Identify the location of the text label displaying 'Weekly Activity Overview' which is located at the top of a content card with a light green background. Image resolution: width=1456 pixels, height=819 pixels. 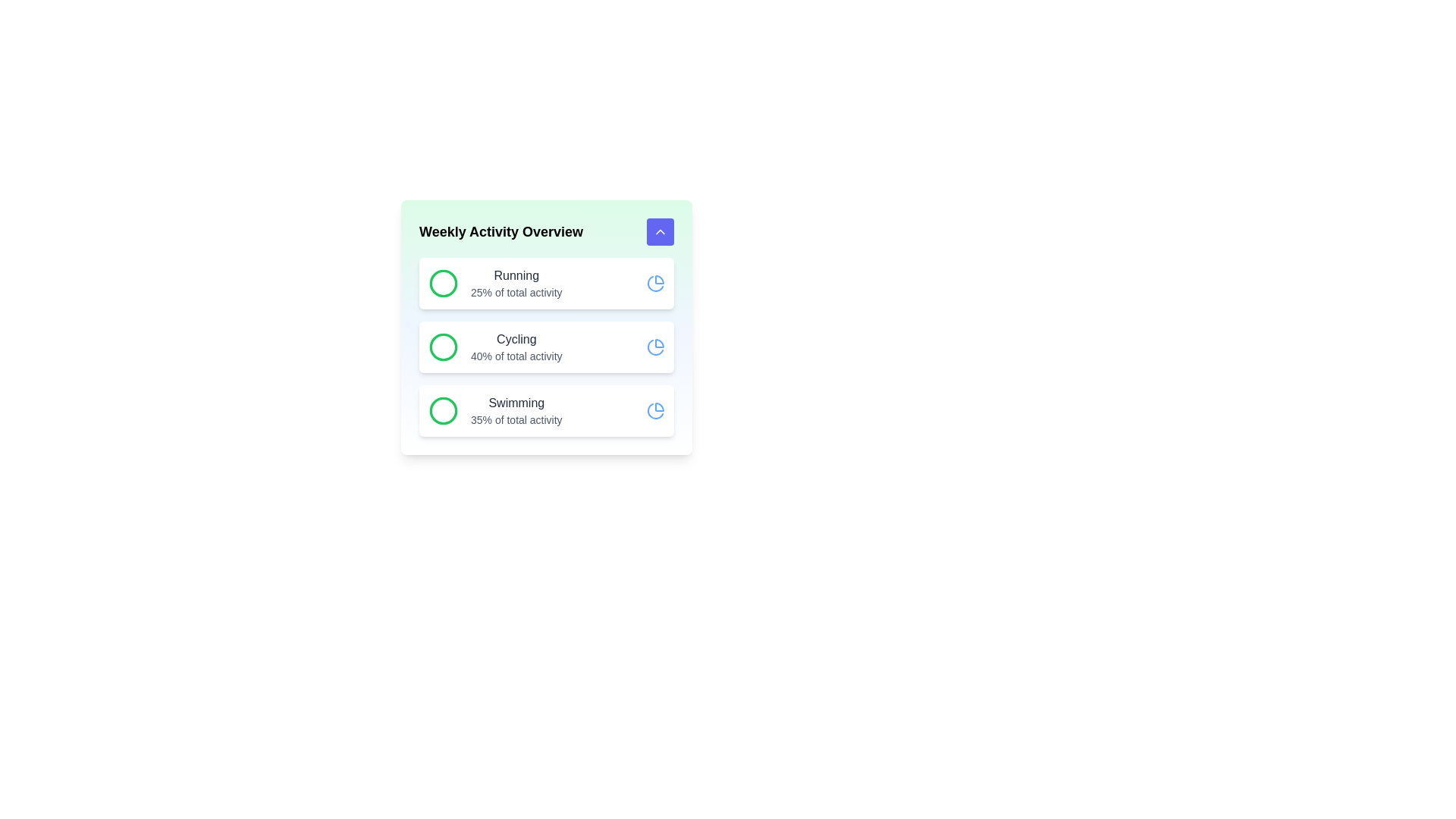
(501, 231).